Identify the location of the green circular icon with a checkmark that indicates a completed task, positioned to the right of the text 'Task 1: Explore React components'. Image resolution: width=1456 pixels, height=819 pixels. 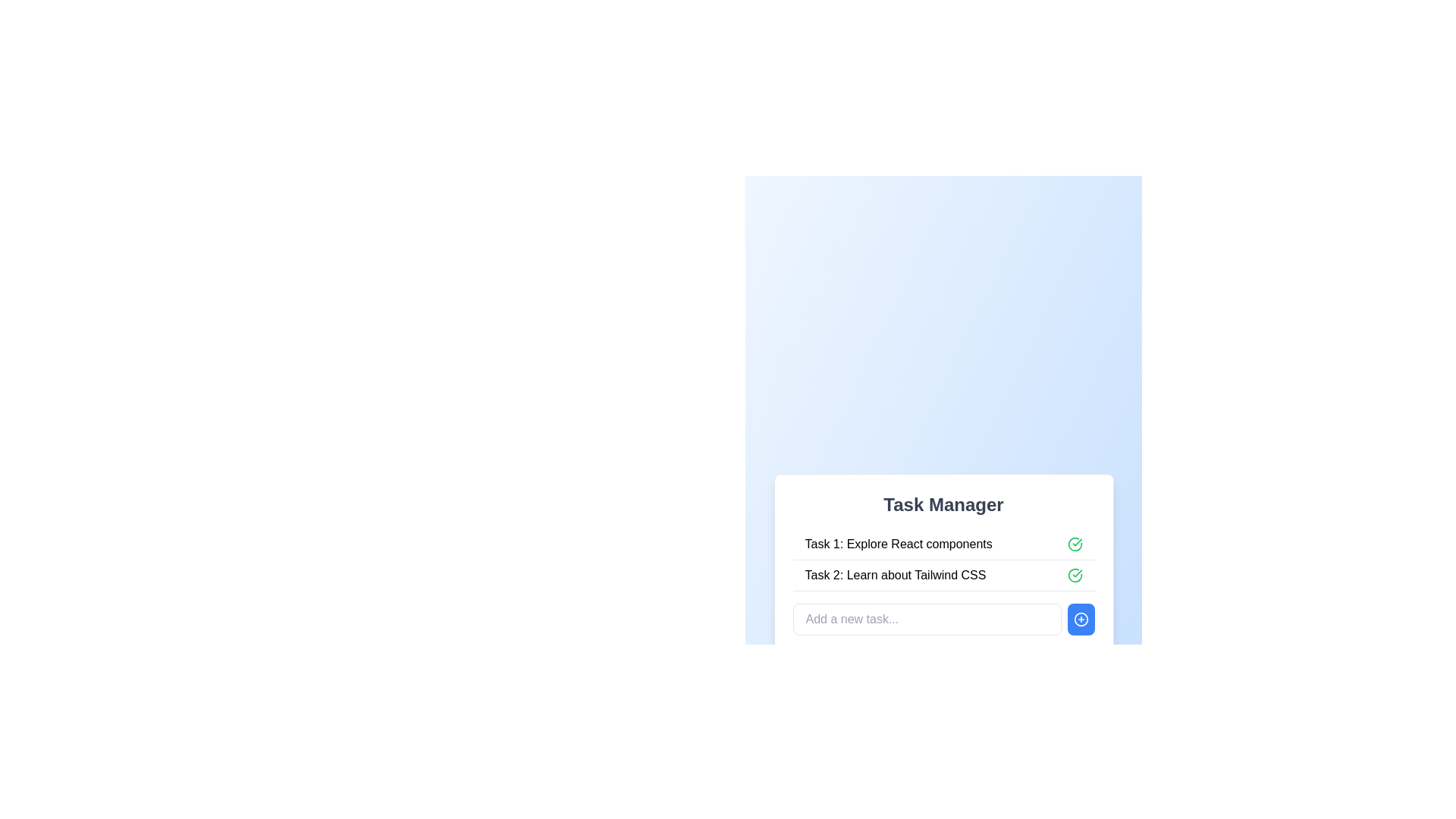
(1074, 543).